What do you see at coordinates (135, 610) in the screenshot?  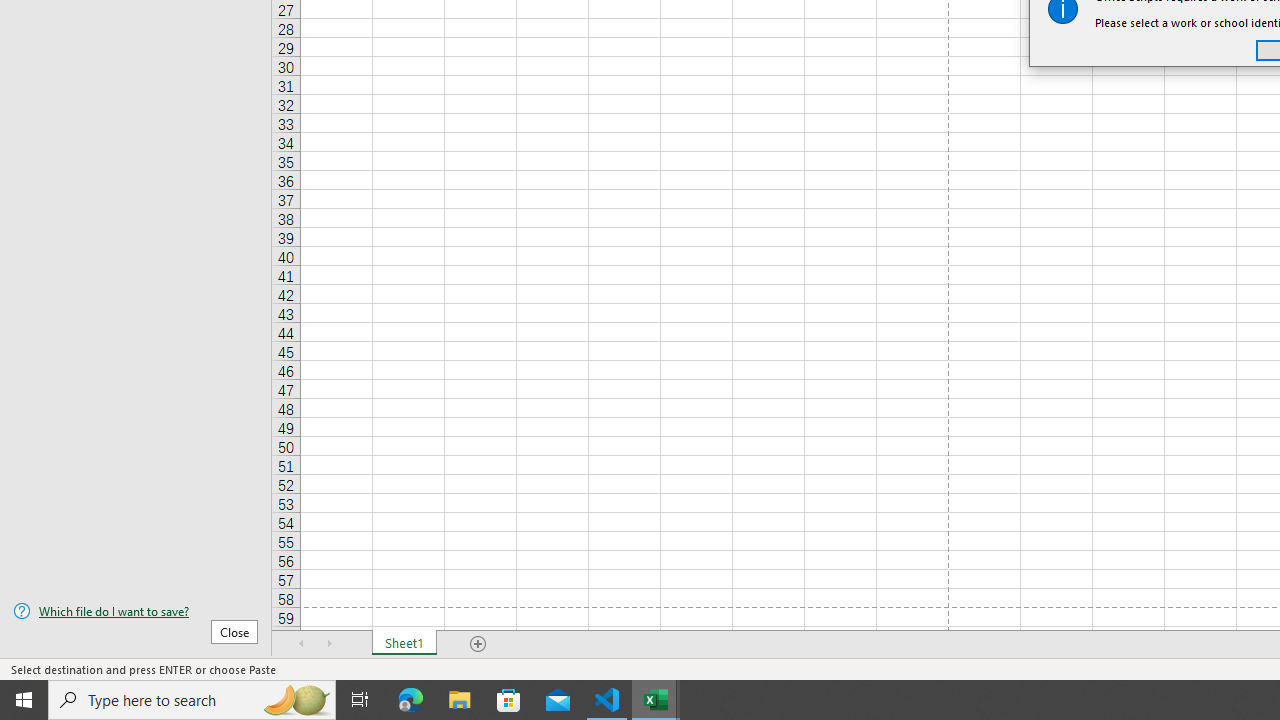 I see `'Which file do I want to save?'` at bounding box center [135, 610].